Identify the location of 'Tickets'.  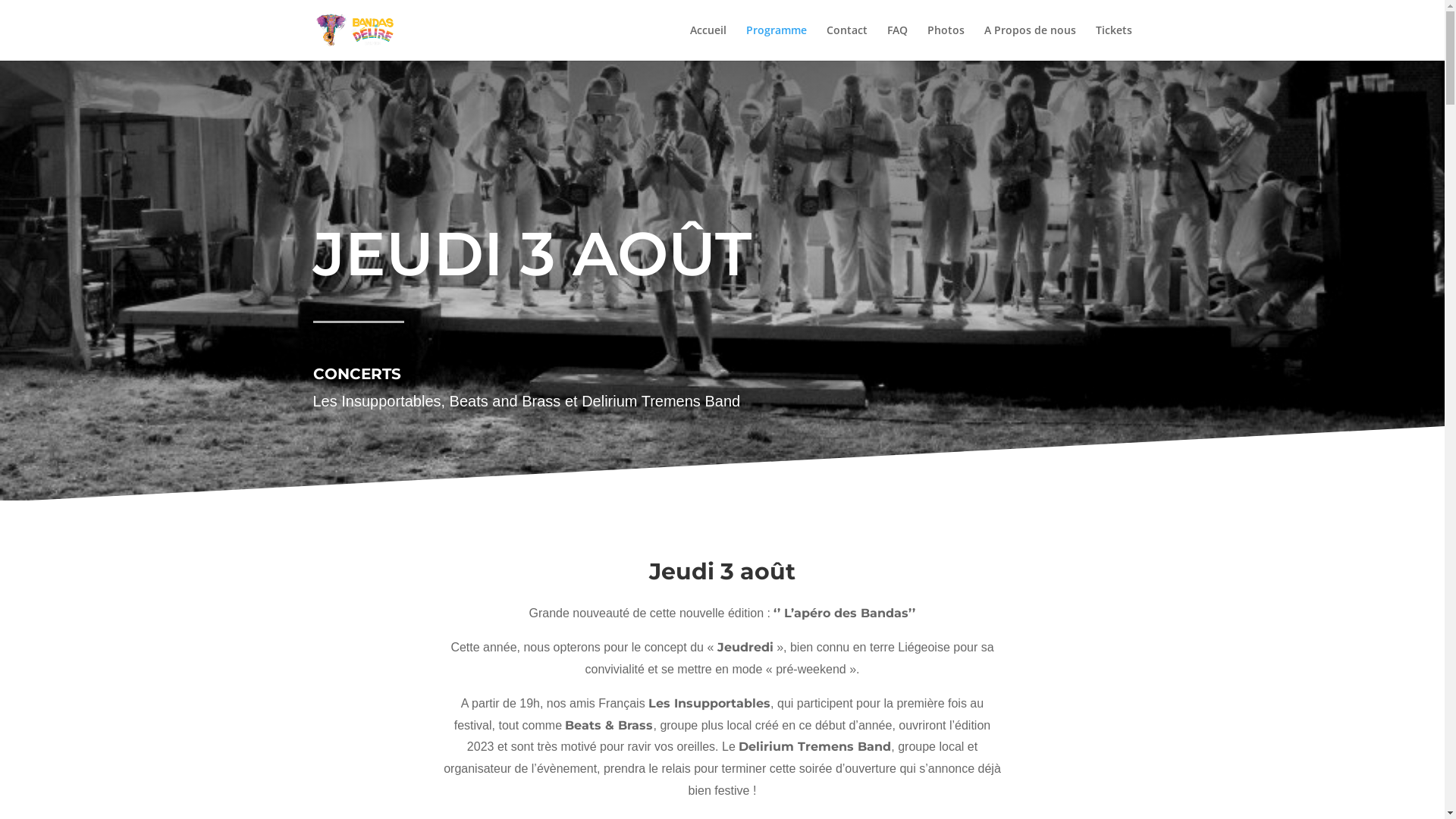
(1095, 42).